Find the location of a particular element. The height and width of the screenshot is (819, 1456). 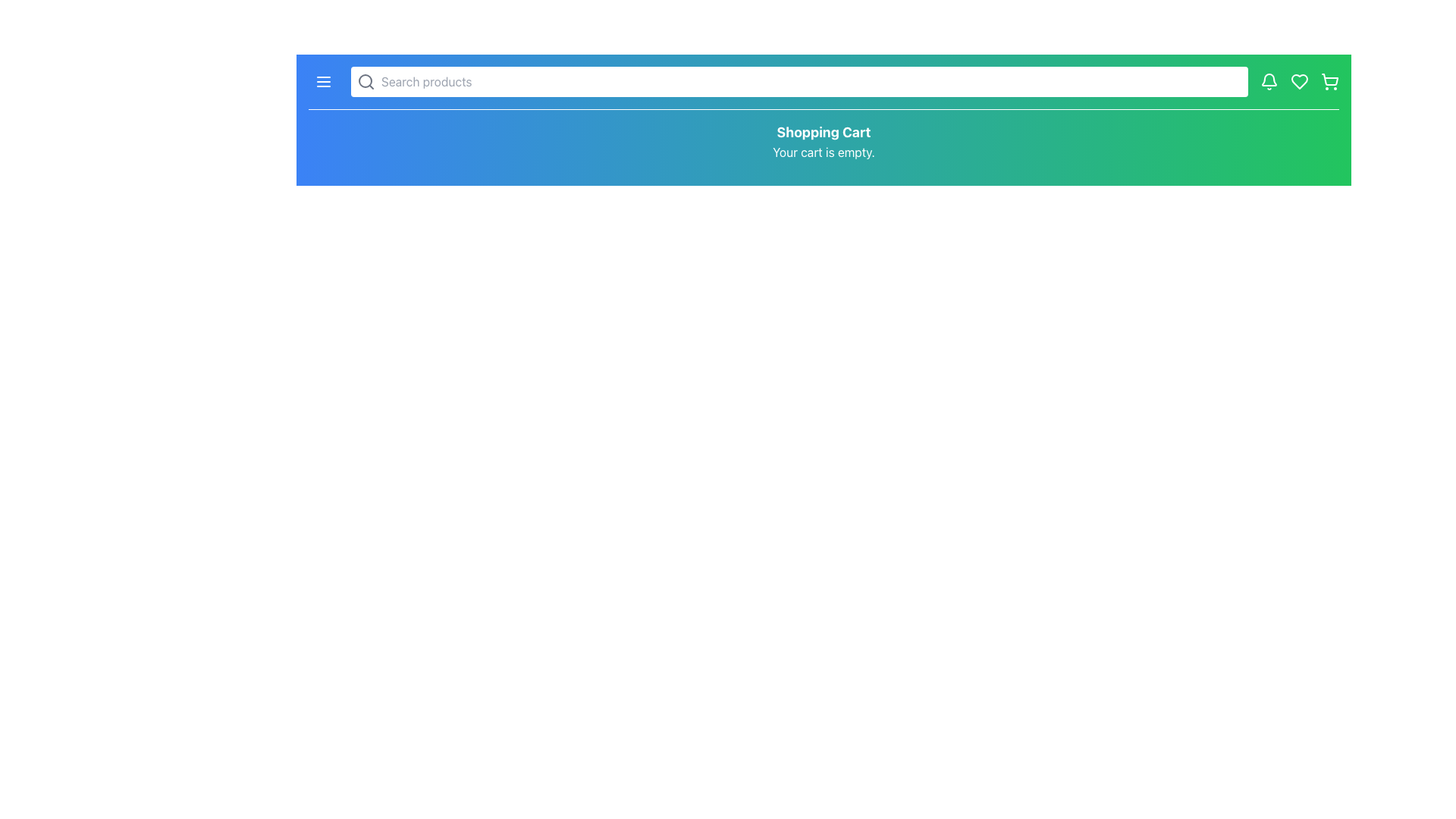

the search SVG icon located at the top-left corner of the search bar, which indicates the search functionality is located at coordinates (366, 82).